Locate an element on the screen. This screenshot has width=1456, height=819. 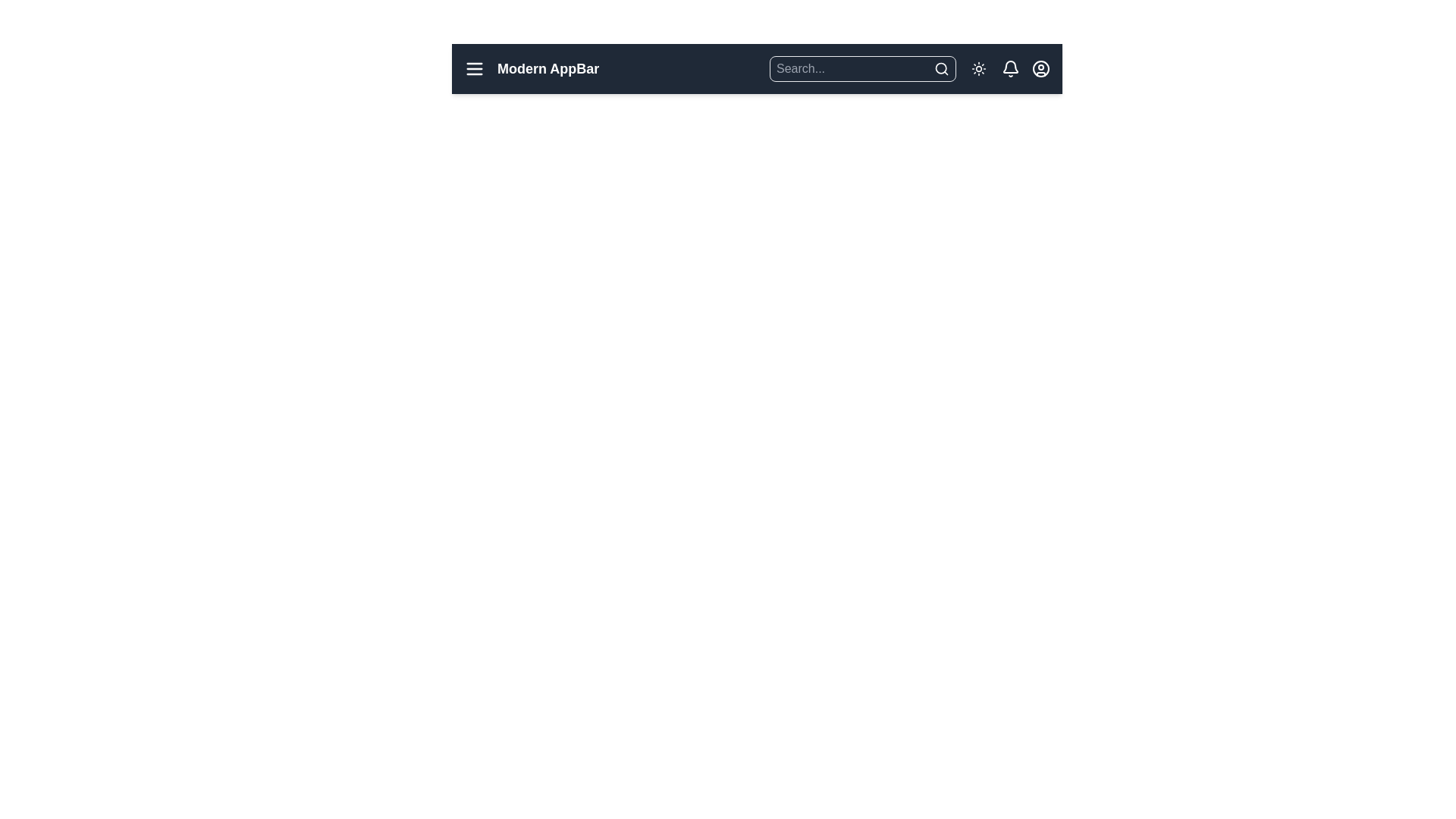
the dark mode toggle button to switch between dark and light modes is located at coordinates (979, 69).